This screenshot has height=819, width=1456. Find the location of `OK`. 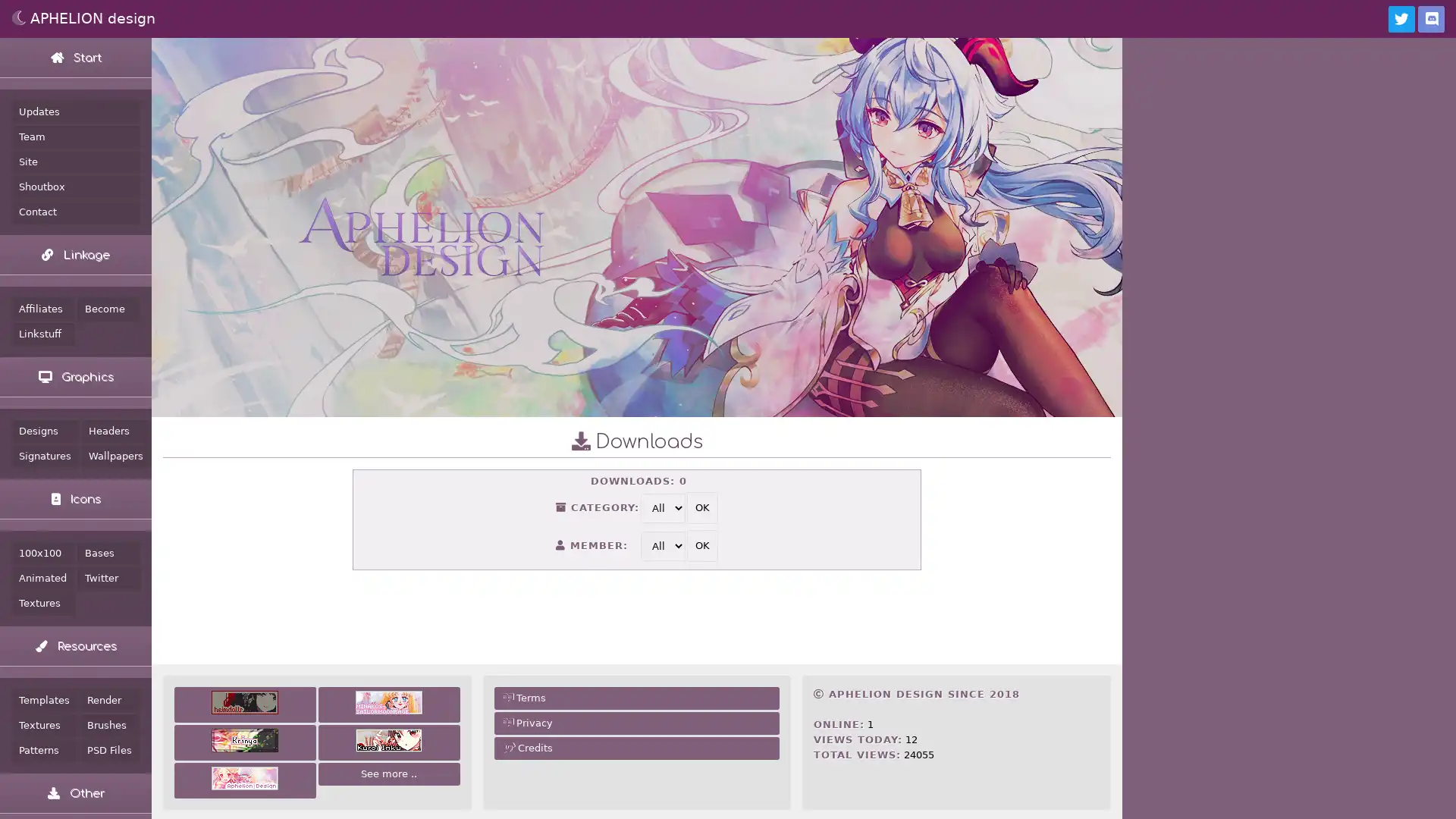

OK is located at coordinates (701, 546).